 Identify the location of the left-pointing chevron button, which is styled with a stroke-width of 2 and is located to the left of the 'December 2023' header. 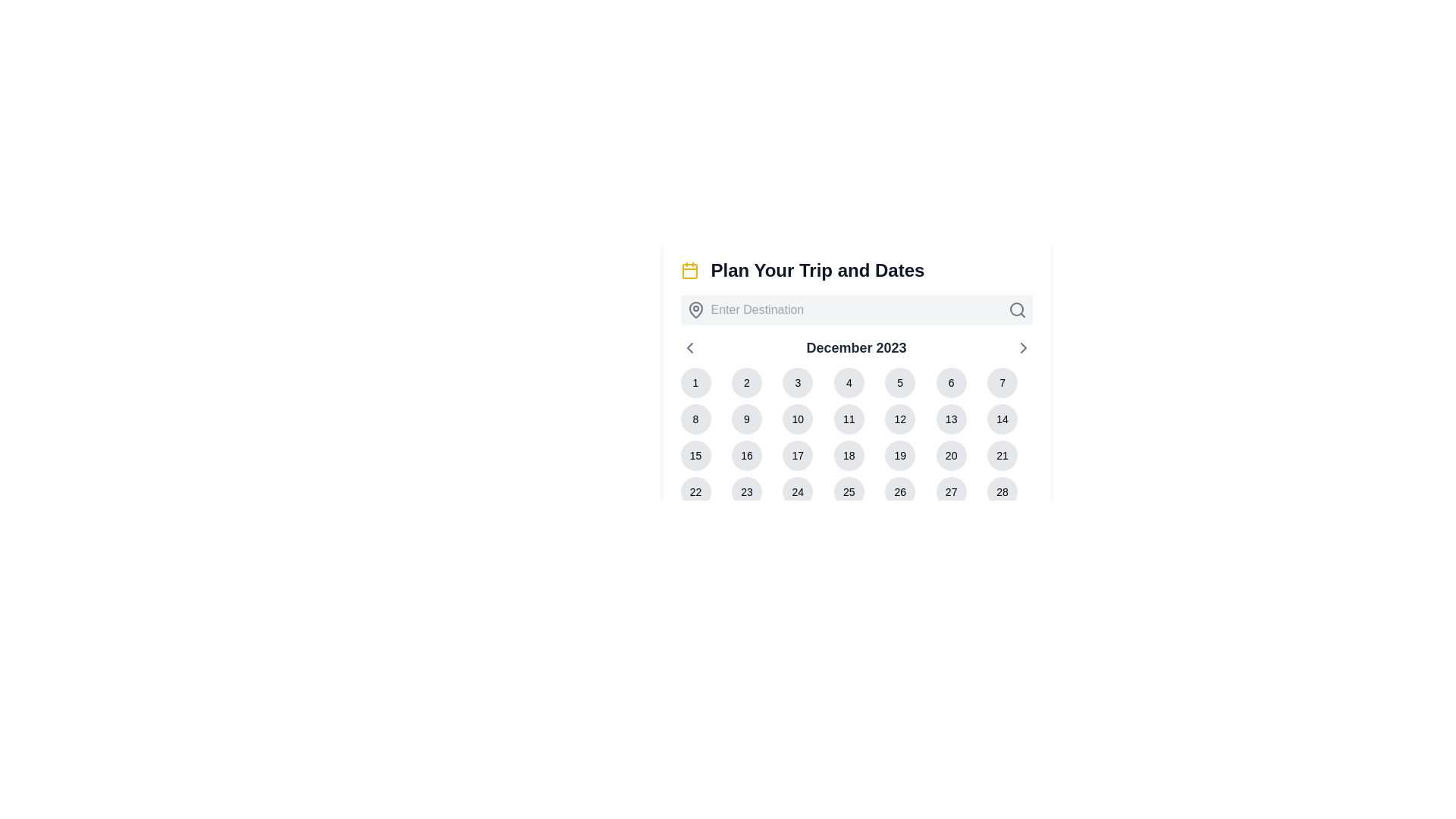
(689, 348).